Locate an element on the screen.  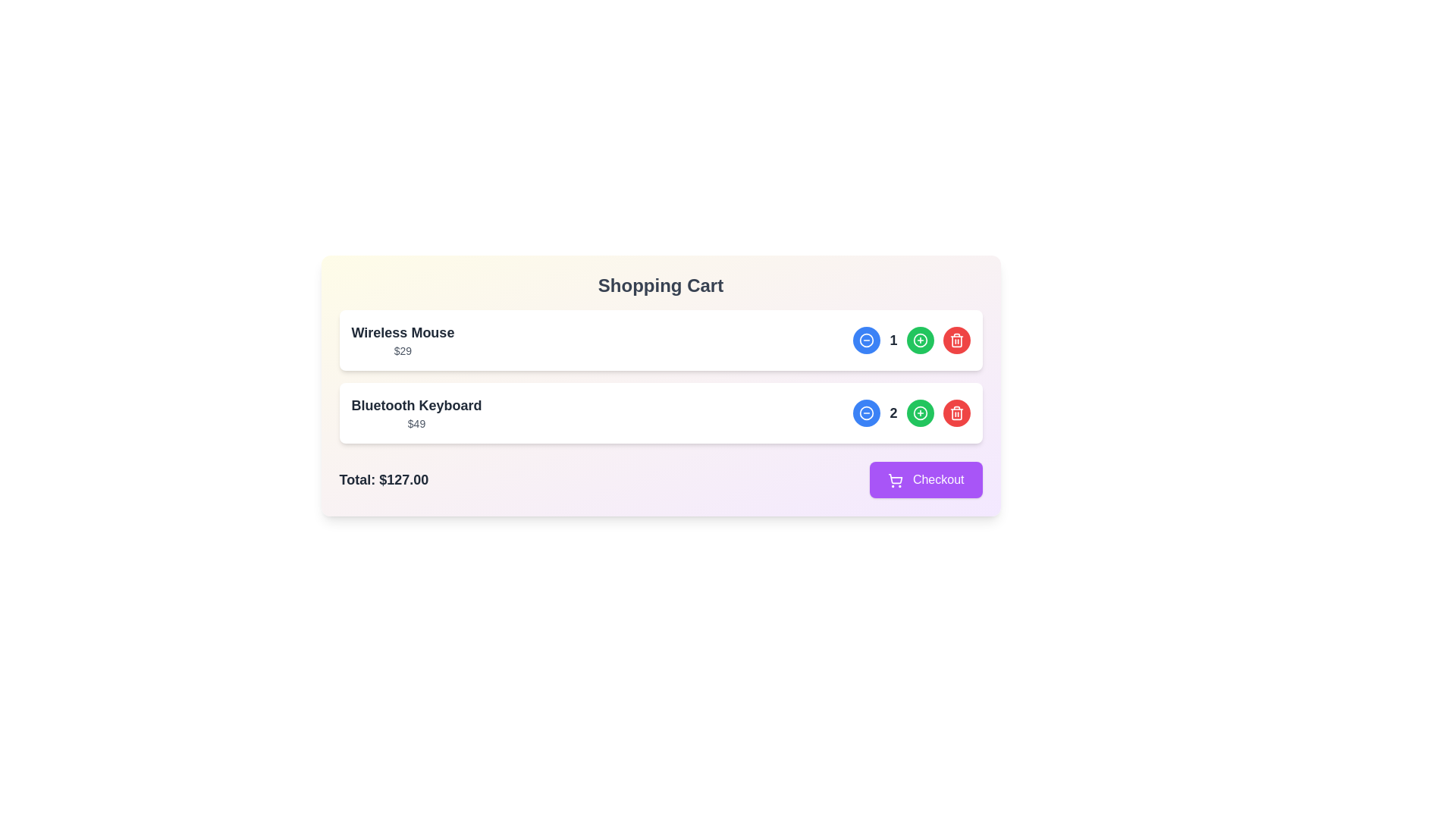
the 'Wireless Mouse' text label, which is a prominent and bold label displayed in dark gray above the price of '$29' in a shopping cart interface is located at coordinates (403, 332).